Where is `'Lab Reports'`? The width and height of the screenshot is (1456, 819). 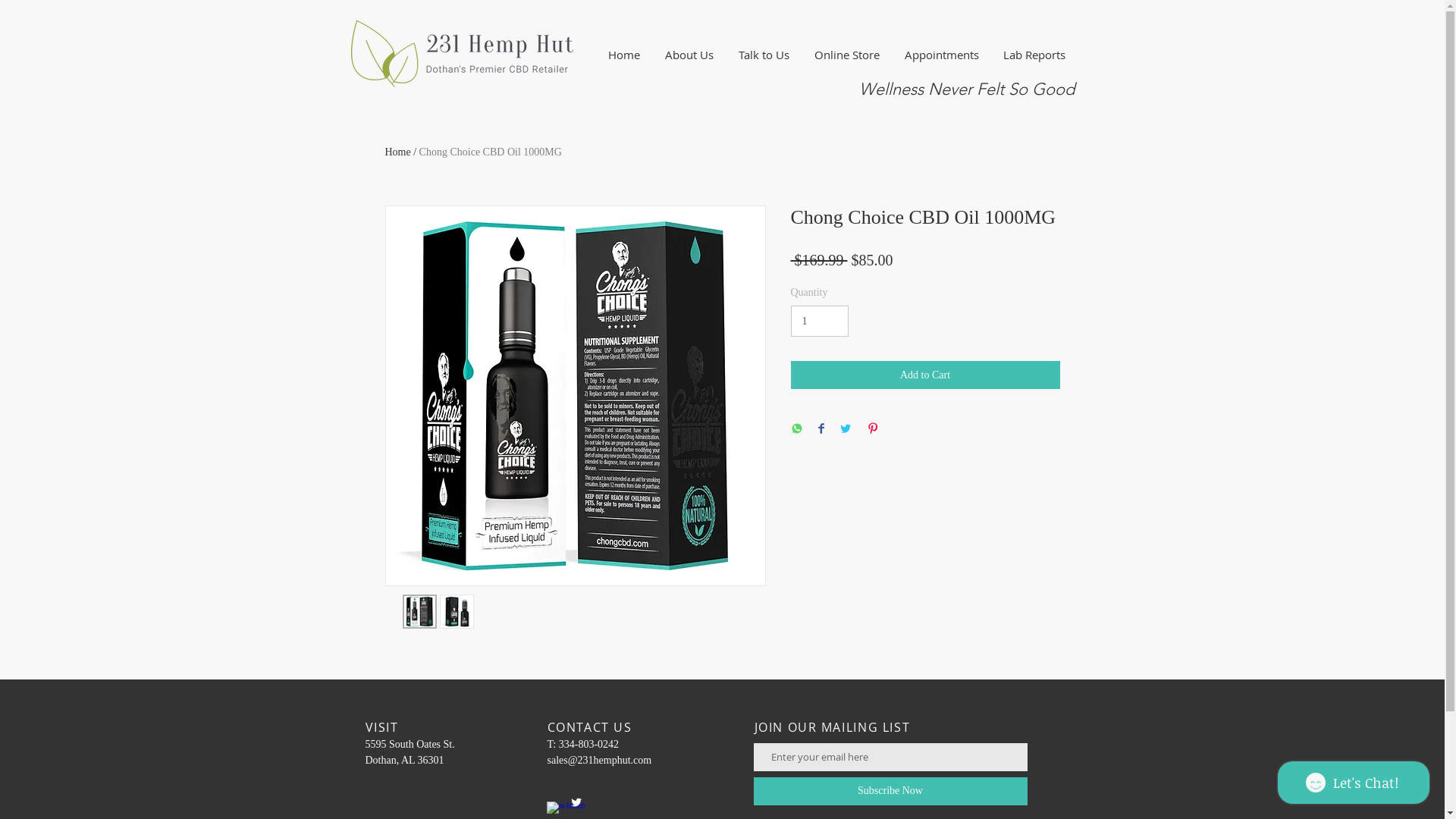 'Lab Reports' is located at coordinates (1033, 54).